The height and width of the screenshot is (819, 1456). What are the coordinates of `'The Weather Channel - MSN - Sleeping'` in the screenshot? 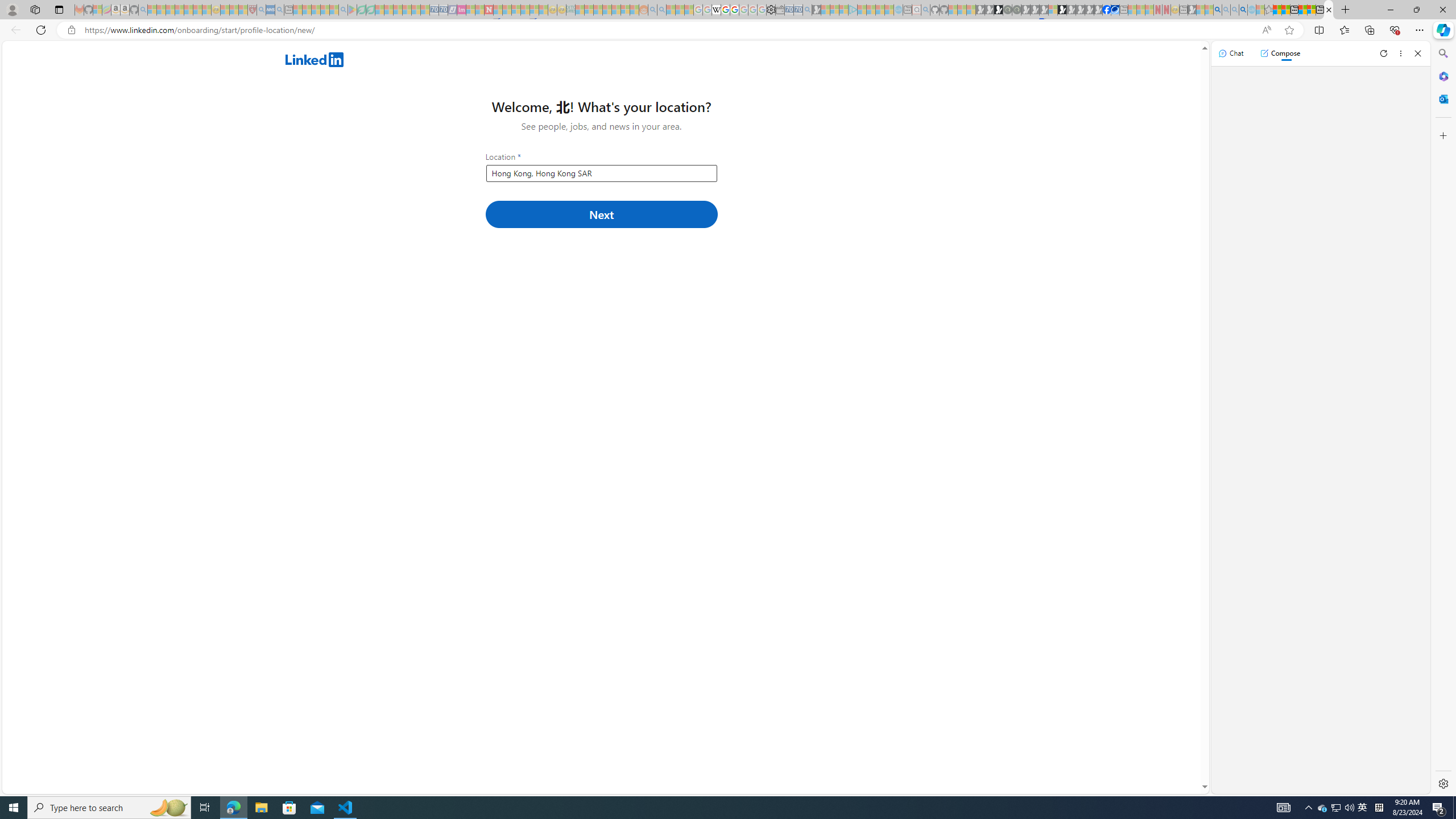 It's located at (169, 9).